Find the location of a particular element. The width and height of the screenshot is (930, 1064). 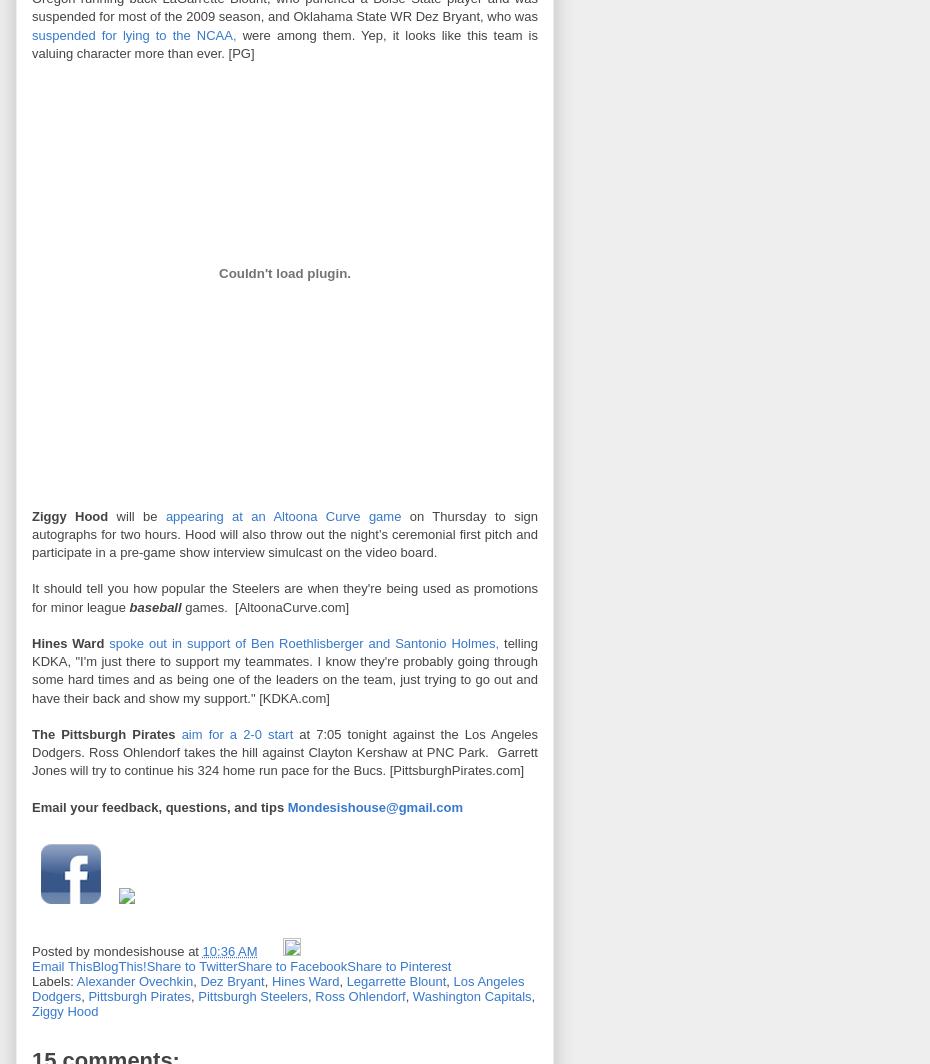

'will be' is located at coordinates (136, 515).